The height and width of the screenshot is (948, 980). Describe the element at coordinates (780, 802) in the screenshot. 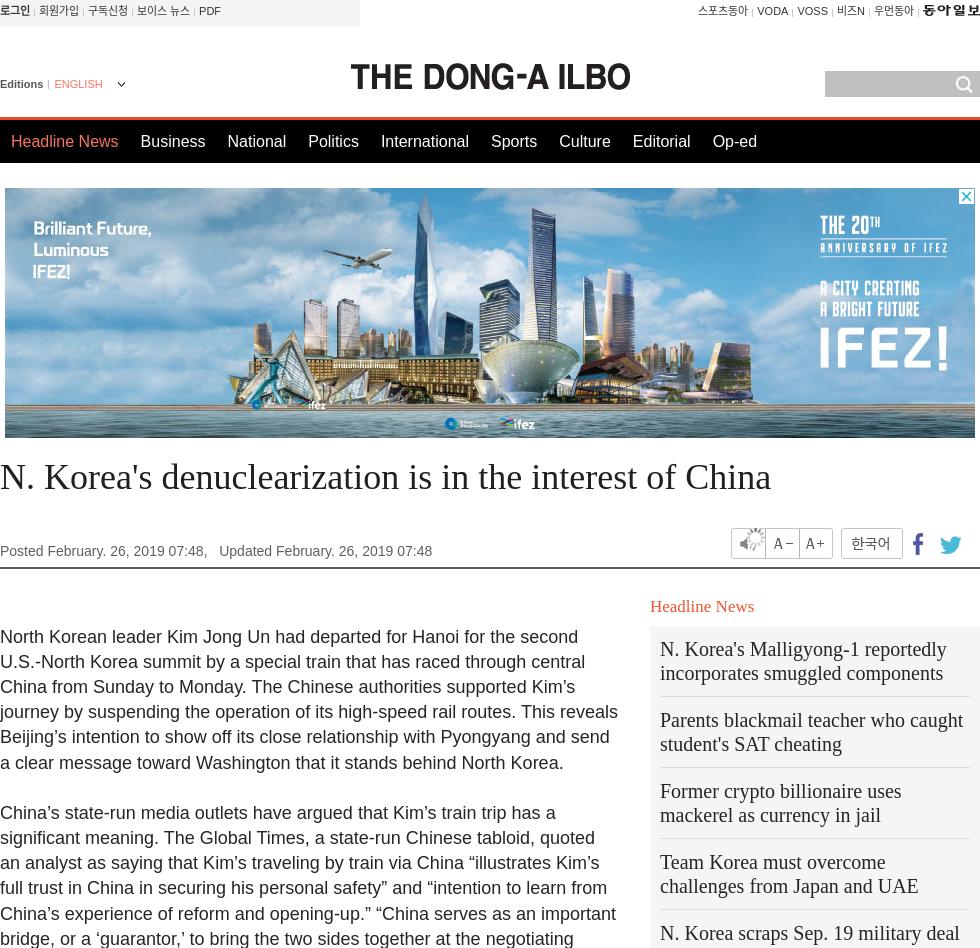

I see `'Former crypto billionaire uses mackerel as currency in jail'` at that location.